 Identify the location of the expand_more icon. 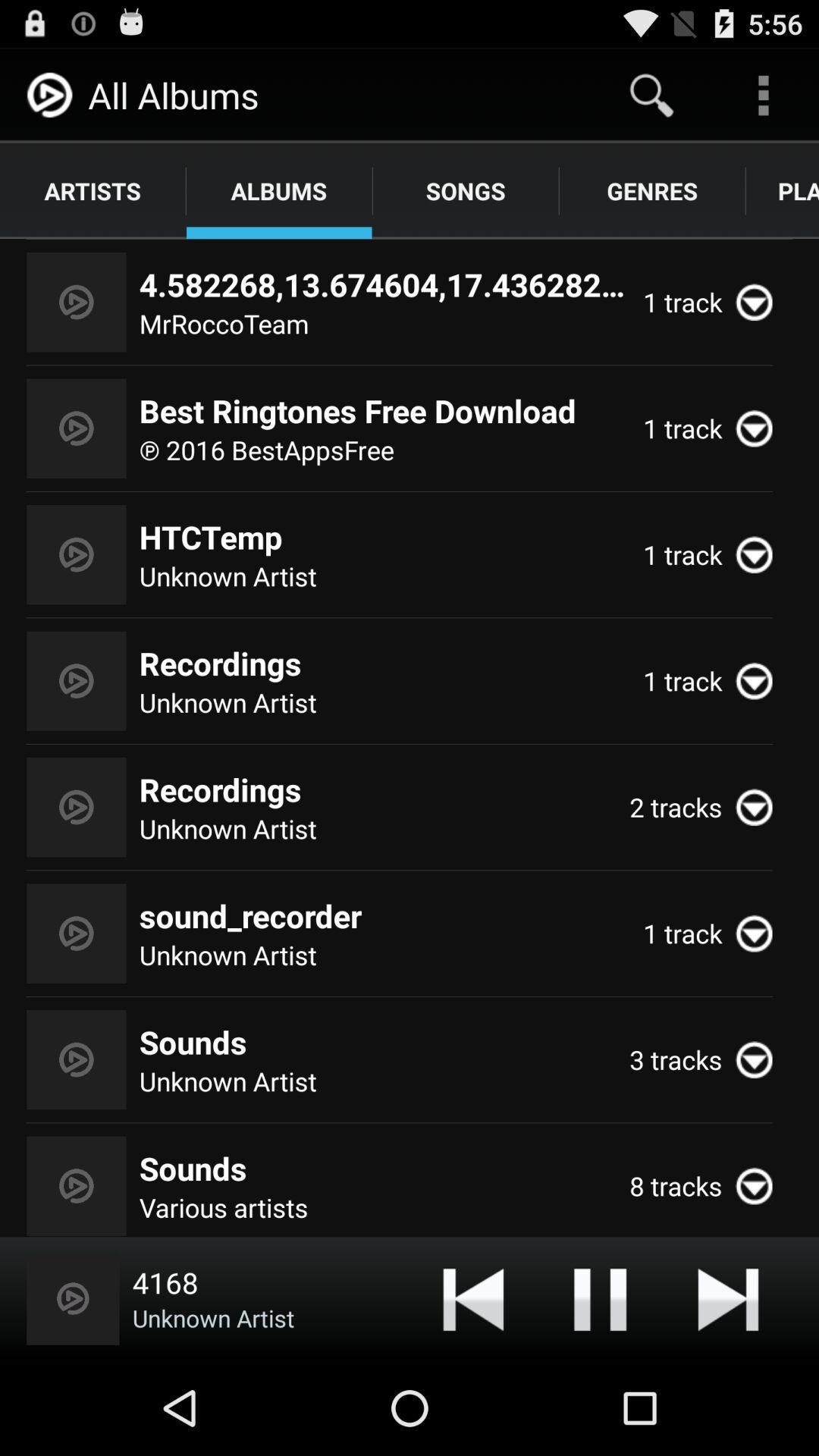
(761, 322).